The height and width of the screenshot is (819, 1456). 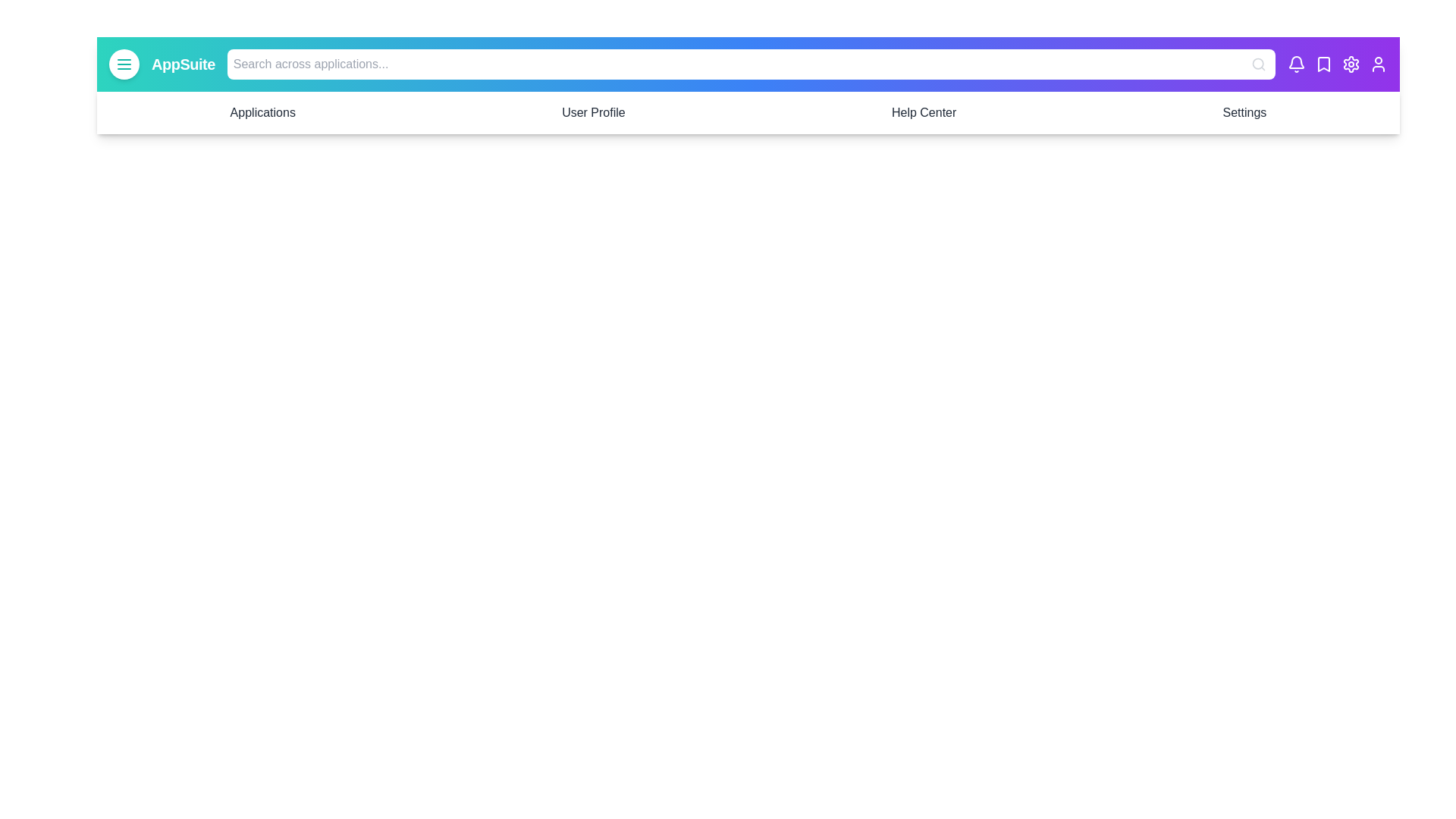 I want to click on the User Profile navigation menu item to navigate, so click(x=592, y=112).